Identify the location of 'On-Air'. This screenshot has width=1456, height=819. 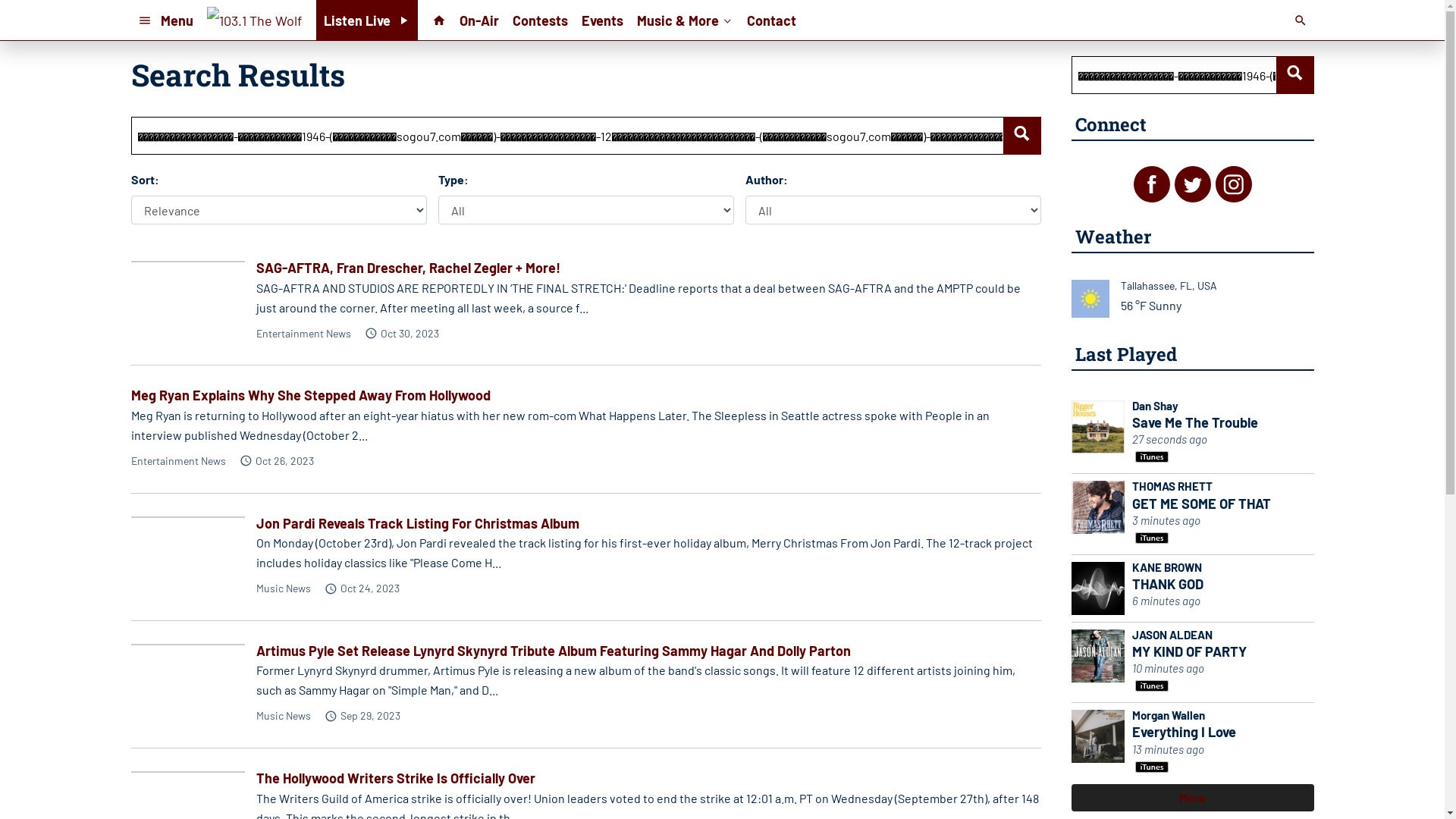
(479, 20).